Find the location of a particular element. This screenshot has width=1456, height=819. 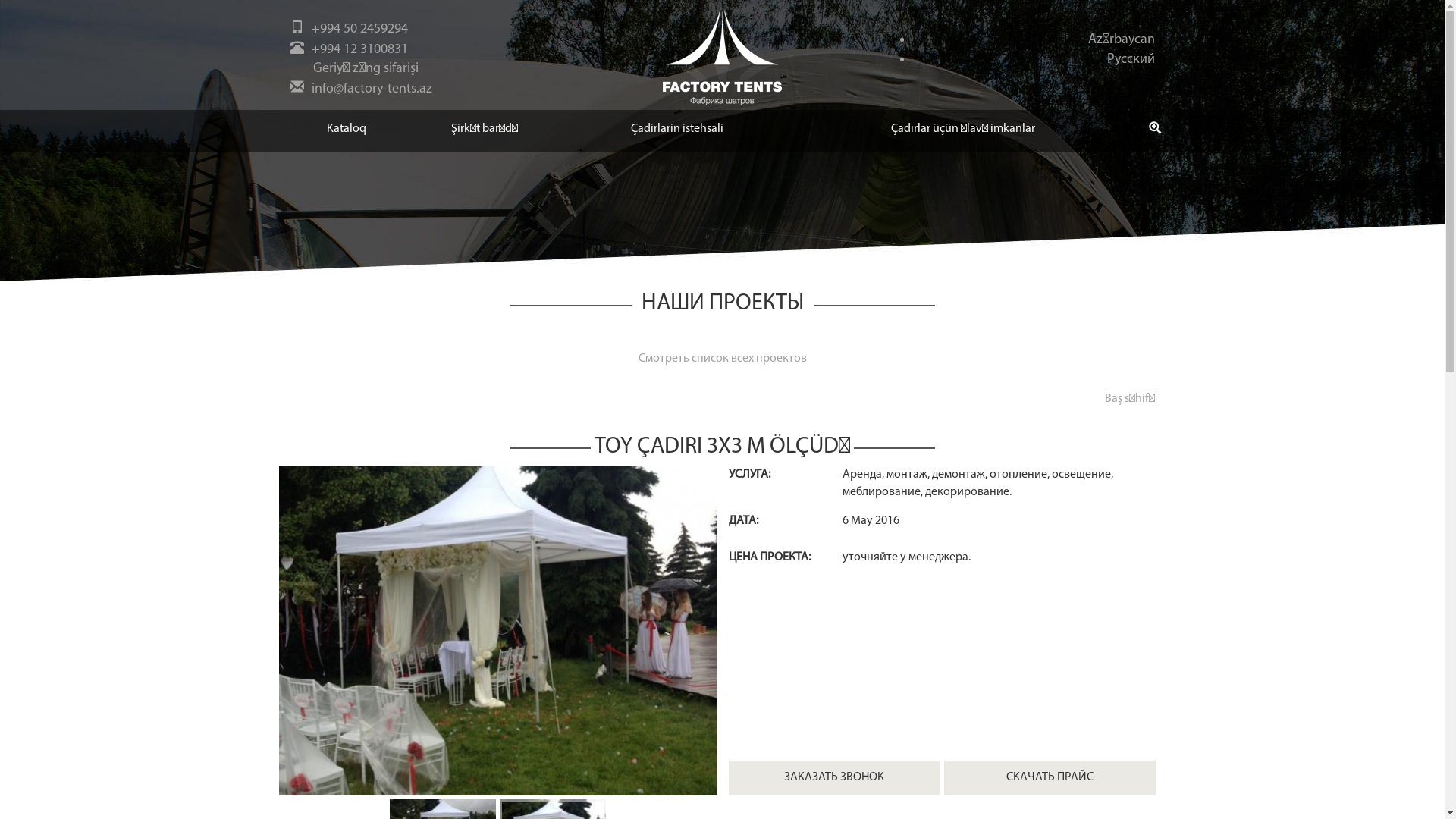

'+994 50 2459294' is located at coordinates (358, 29).